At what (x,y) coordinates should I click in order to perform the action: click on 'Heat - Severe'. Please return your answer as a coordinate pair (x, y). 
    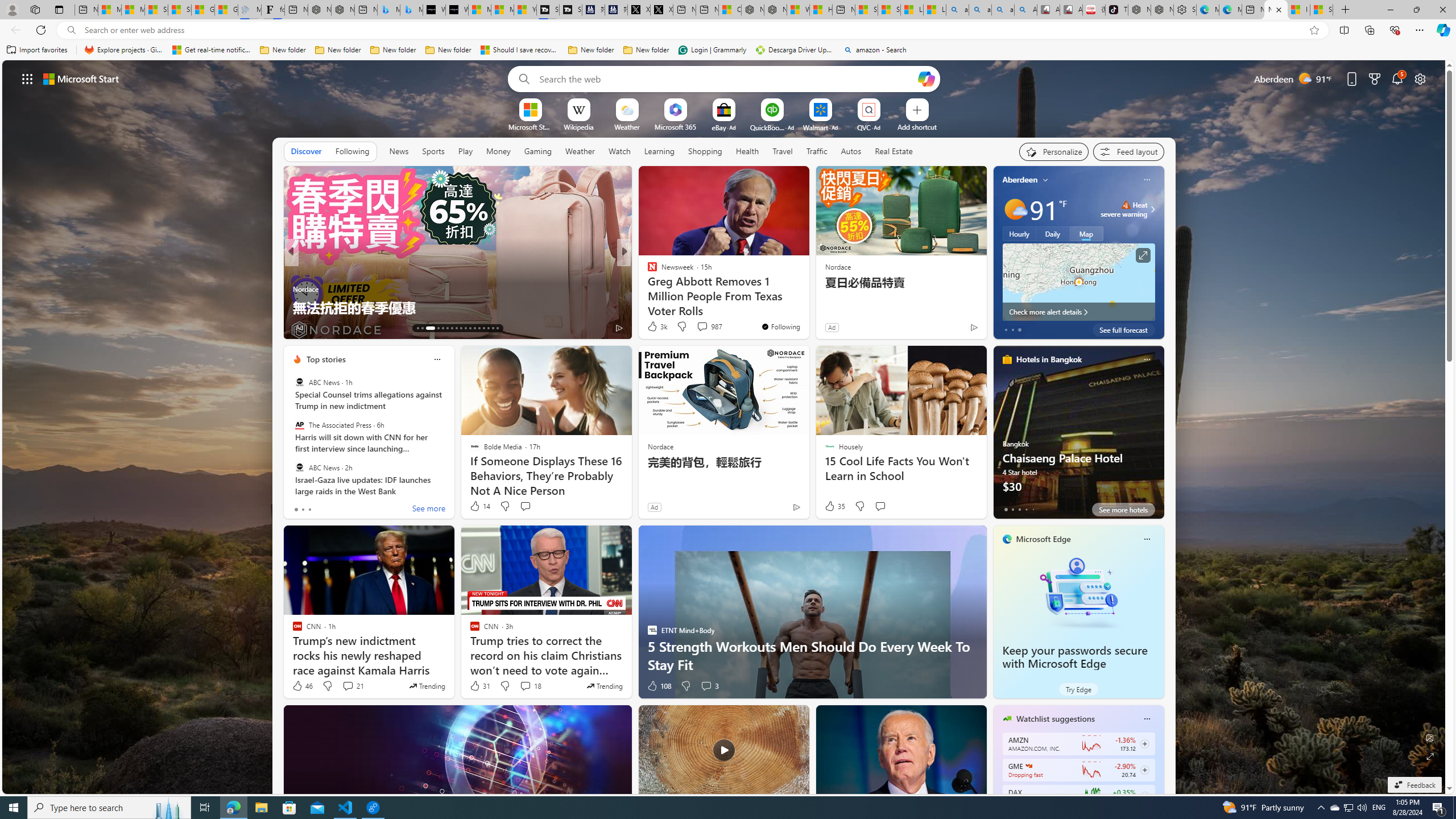
    Looking at the image, I should click on (1126, 205).